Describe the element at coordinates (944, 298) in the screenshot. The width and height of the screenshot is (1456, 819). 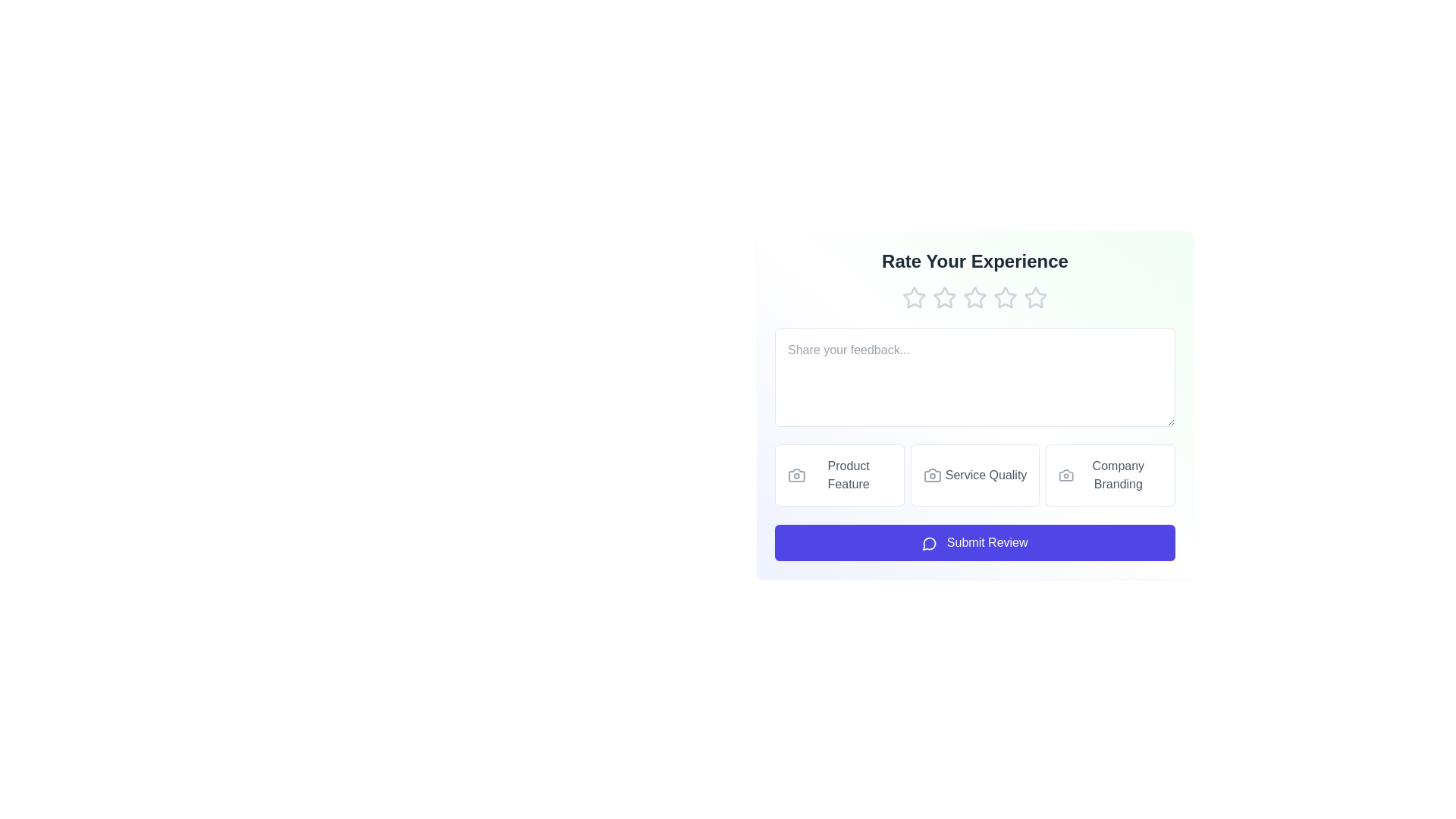
I see `the star corresponding to the rating 2 to set it` at that location.